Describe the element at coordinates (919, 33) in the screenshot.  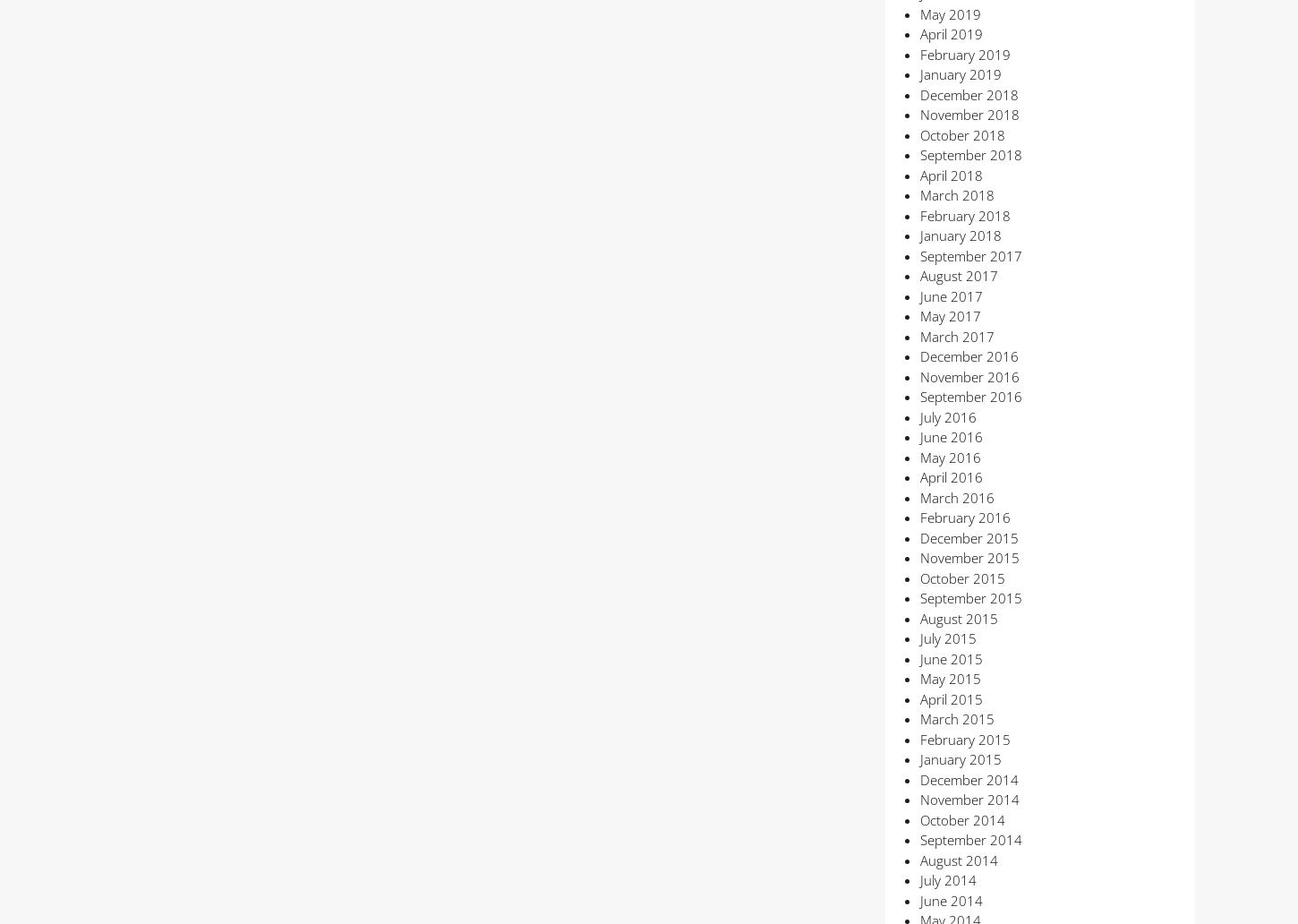
I see `'April 2019'` at that location.